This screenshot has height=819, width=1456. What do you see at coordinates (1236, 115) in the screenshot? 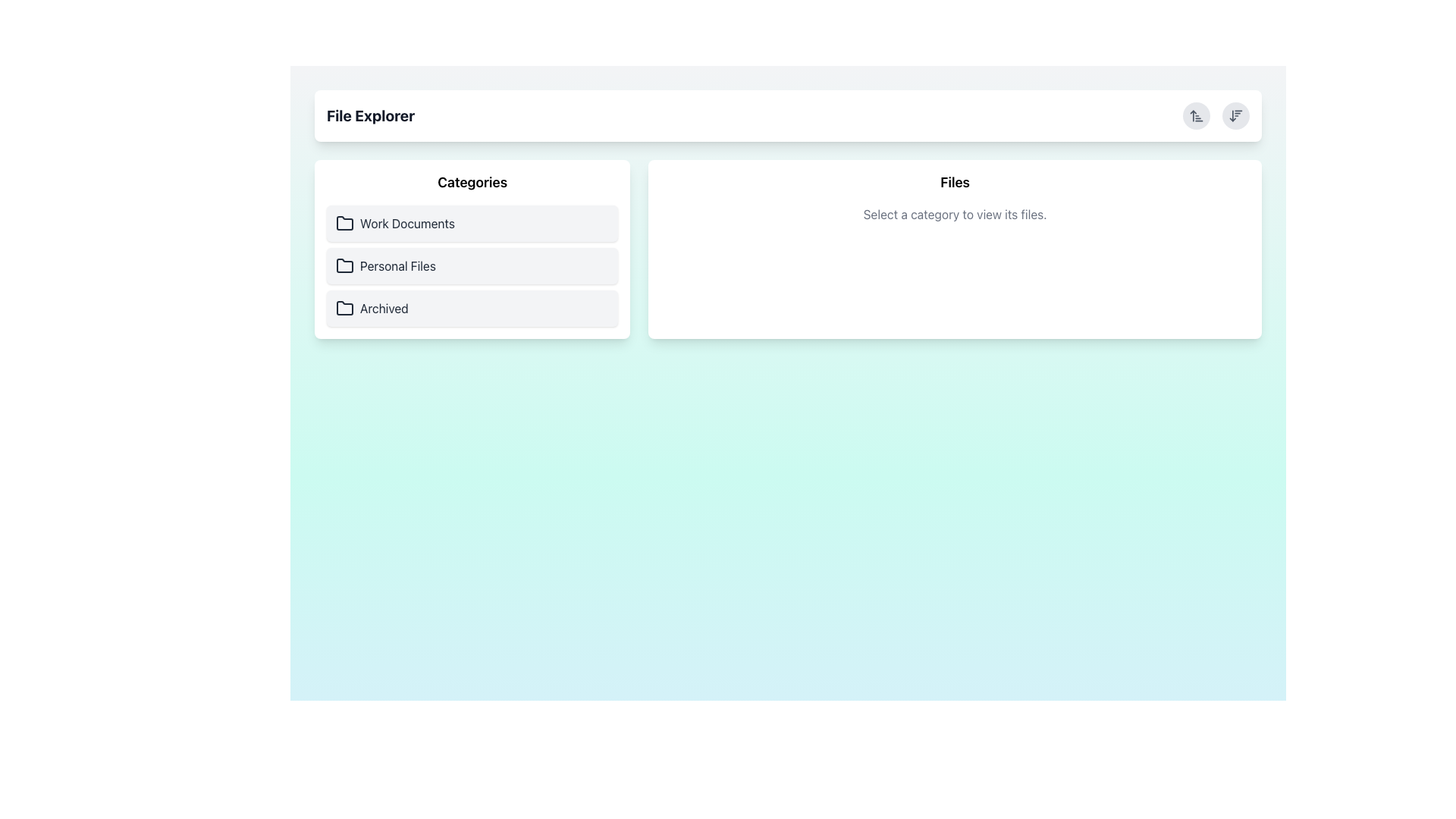
I see `the Sort icon, which is a gray arrow-down icon located in a rounded button at the top right corner of the navigation bar` at bounding box center [1236, 115].